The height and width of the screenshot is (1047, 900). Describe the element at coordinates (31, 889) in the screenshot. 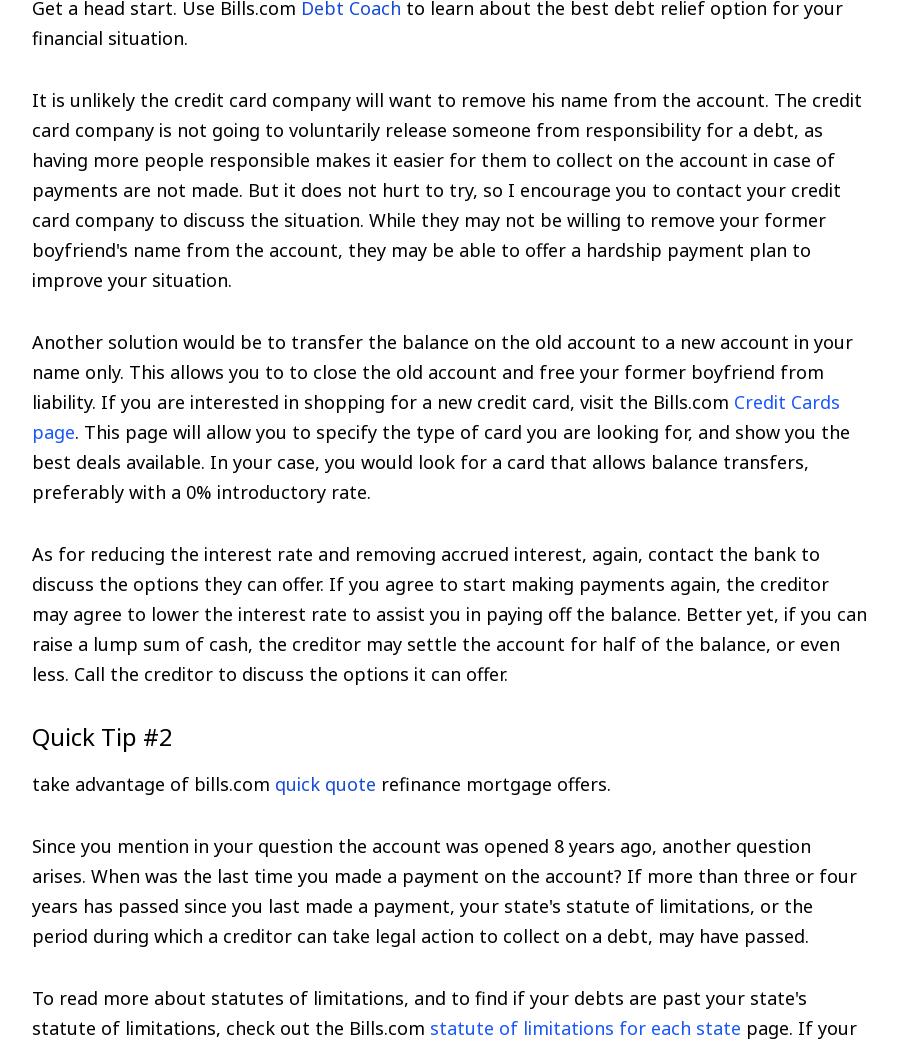

I see `'Since you mention in your question the account was opened 8 years ago, another question arises. When was the last time you made a payment on the account? If more than three or four years has passed since you last made a payment, your state's statute of limitations, or the period during which a creditor can take legal action to collect on a debt, may have passed.'` at that location.